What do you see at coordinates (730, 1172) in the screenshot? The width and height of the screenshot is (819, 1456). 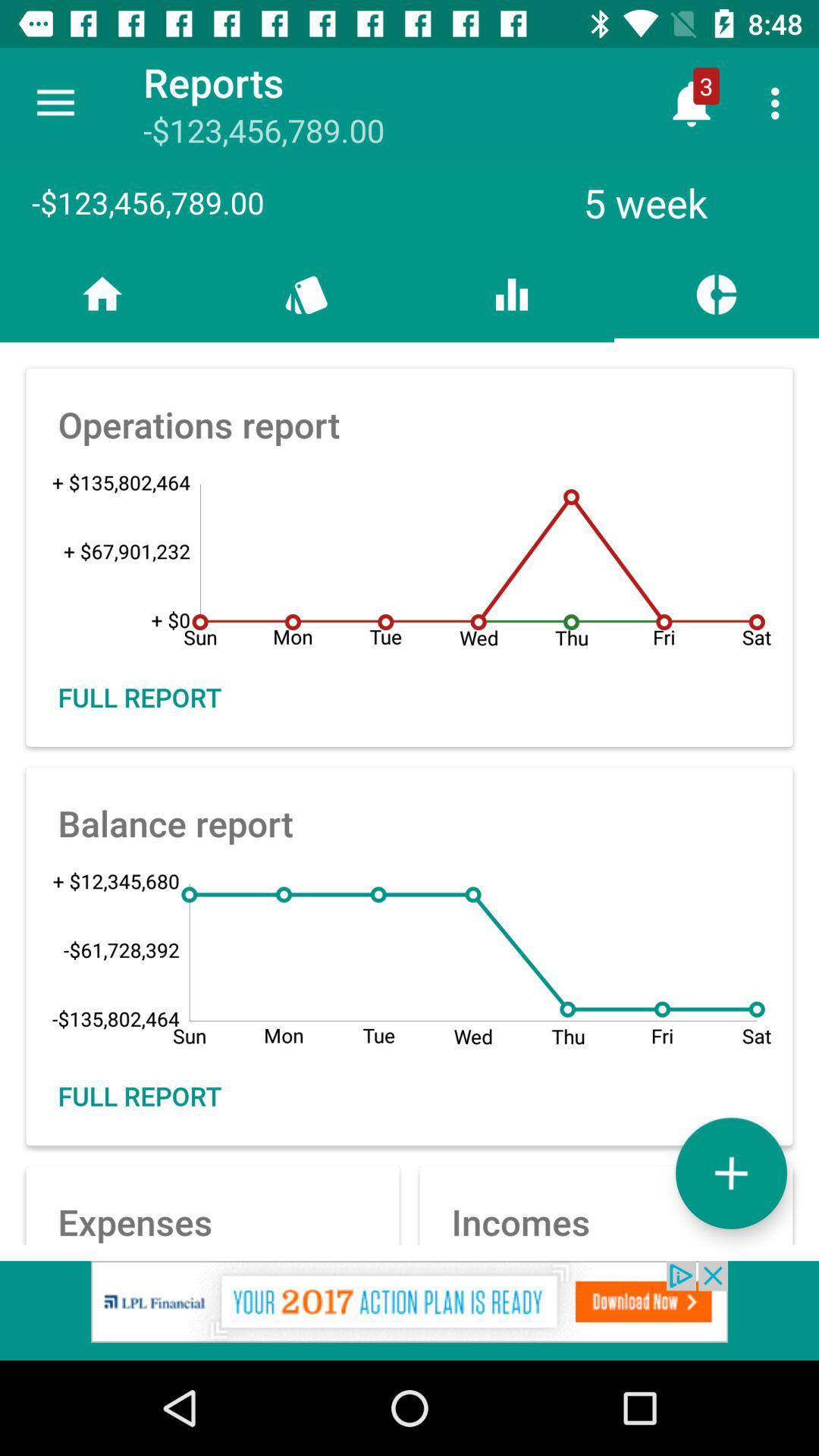 I see `a new item` at bounding box center [730, 1172].